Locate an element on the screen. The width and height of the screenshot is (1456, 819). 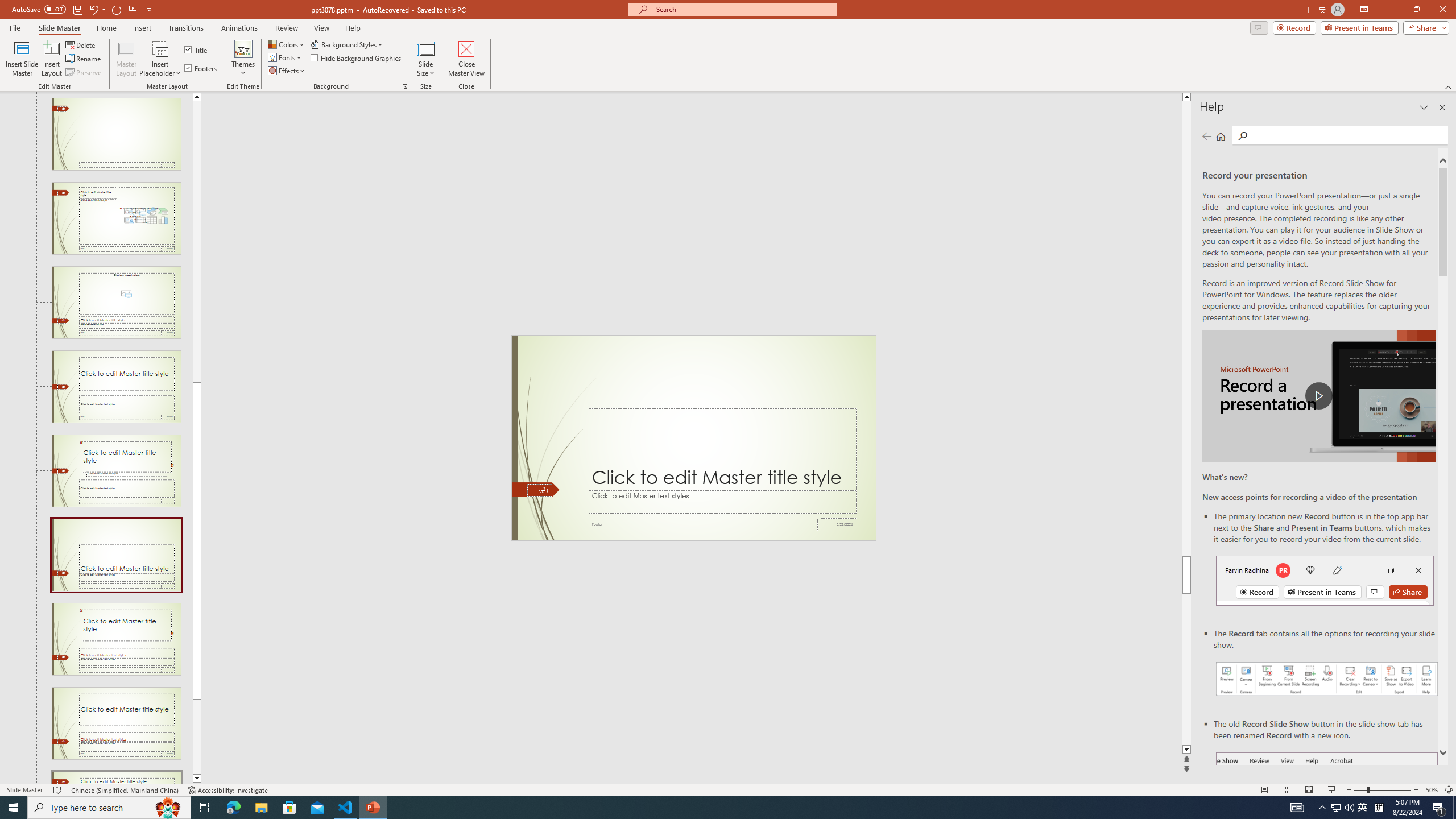
'play Record a Presentation' is located at coordinates (1318, 396).